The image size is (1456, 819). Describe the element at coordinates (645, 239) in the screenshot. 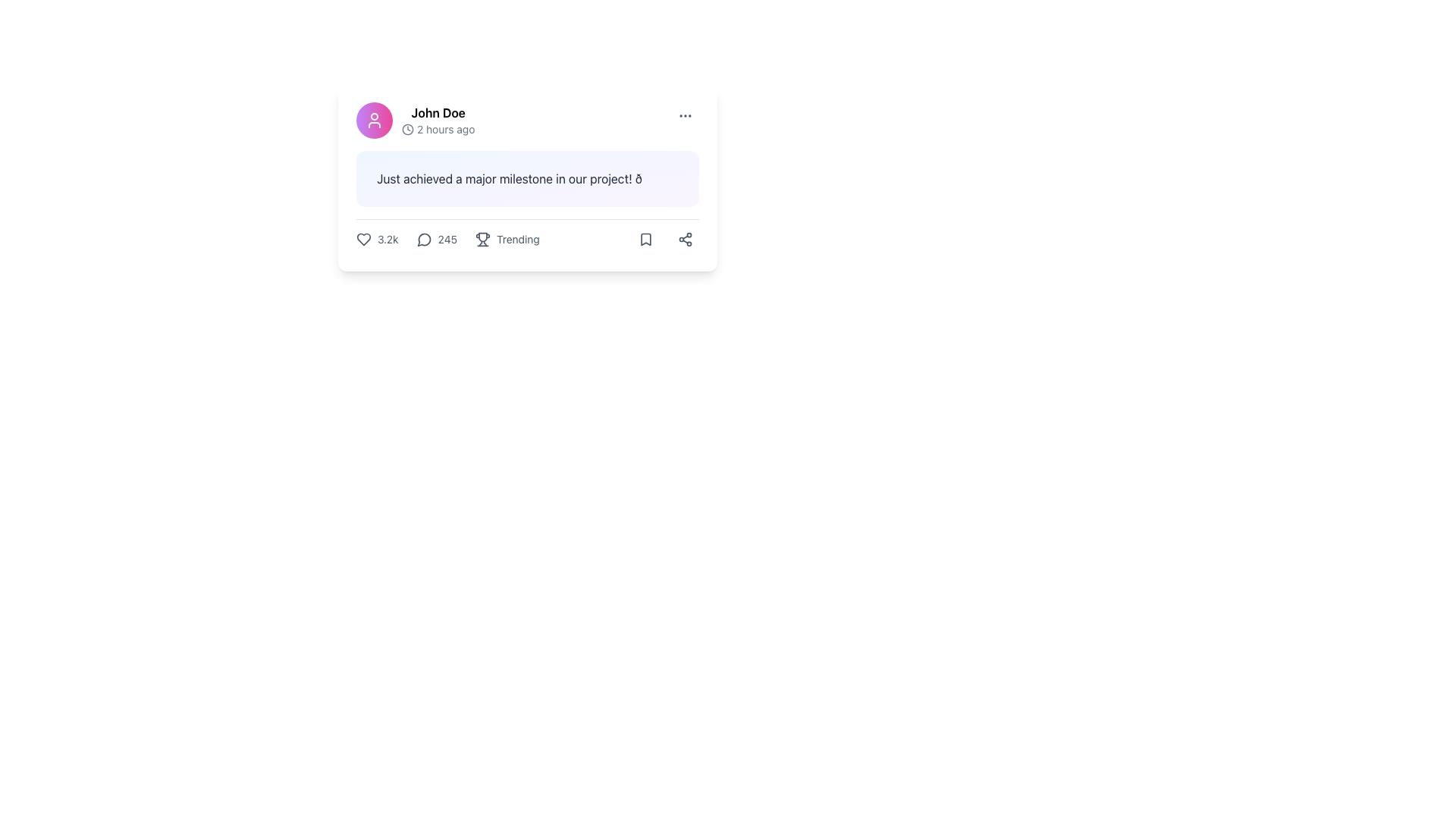

I see `the bookmark icon located in the interaction bar below the main post content to bookmark the post` at that location.